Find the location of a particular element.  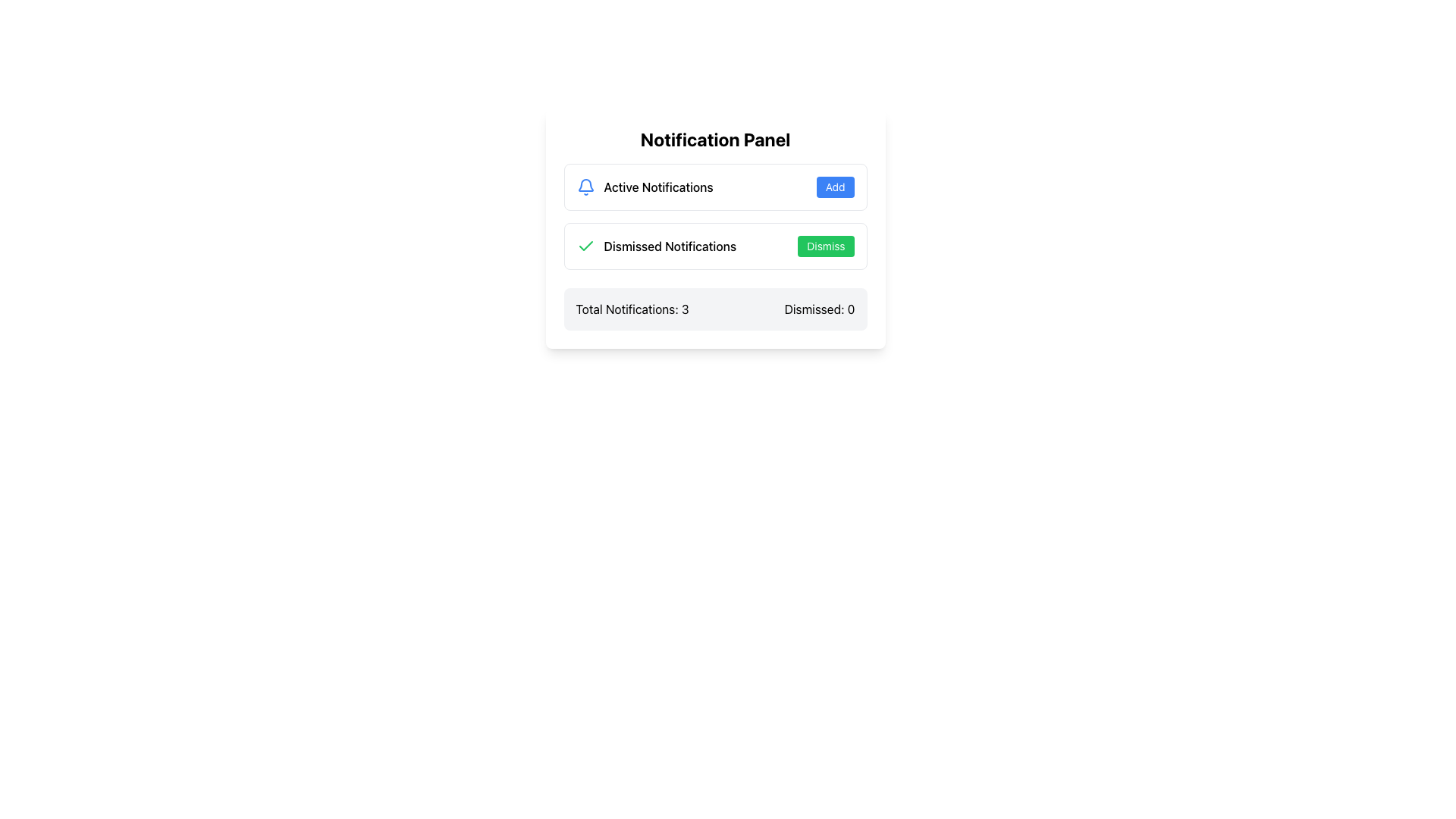

the Label with Icon that identifies the section related to active notifications, located to the left of the 'Add' button in the Notification Panel is located at coordinates (645, 186).